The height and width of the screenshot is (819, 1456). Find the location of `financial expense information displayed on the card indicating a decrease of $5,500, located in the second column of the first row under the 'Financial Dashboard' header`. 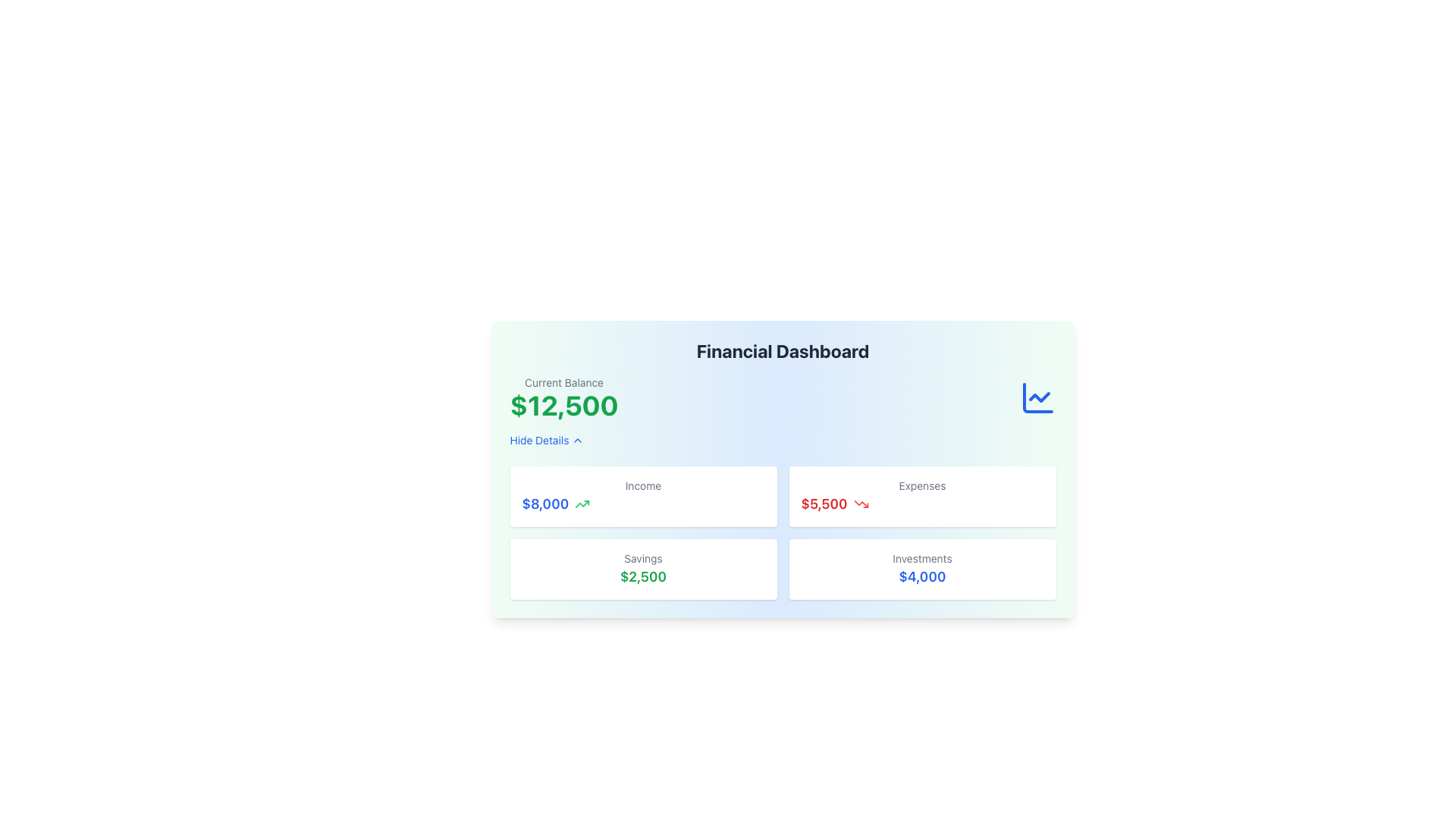

financial expense information displayed on the card indicating a decrease of $5,500, located in the second column of the first row under the 'Financial Dashboard' header is located at coordinates (921, 497).